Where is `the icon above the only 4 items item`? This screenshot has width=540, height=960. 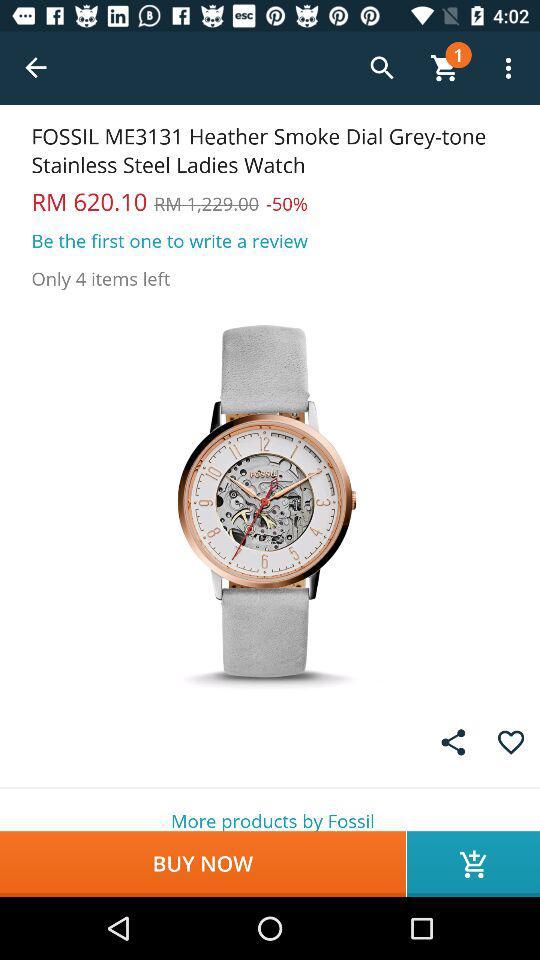
the icon above the only 4 items item is located at coordinates (168, 240).